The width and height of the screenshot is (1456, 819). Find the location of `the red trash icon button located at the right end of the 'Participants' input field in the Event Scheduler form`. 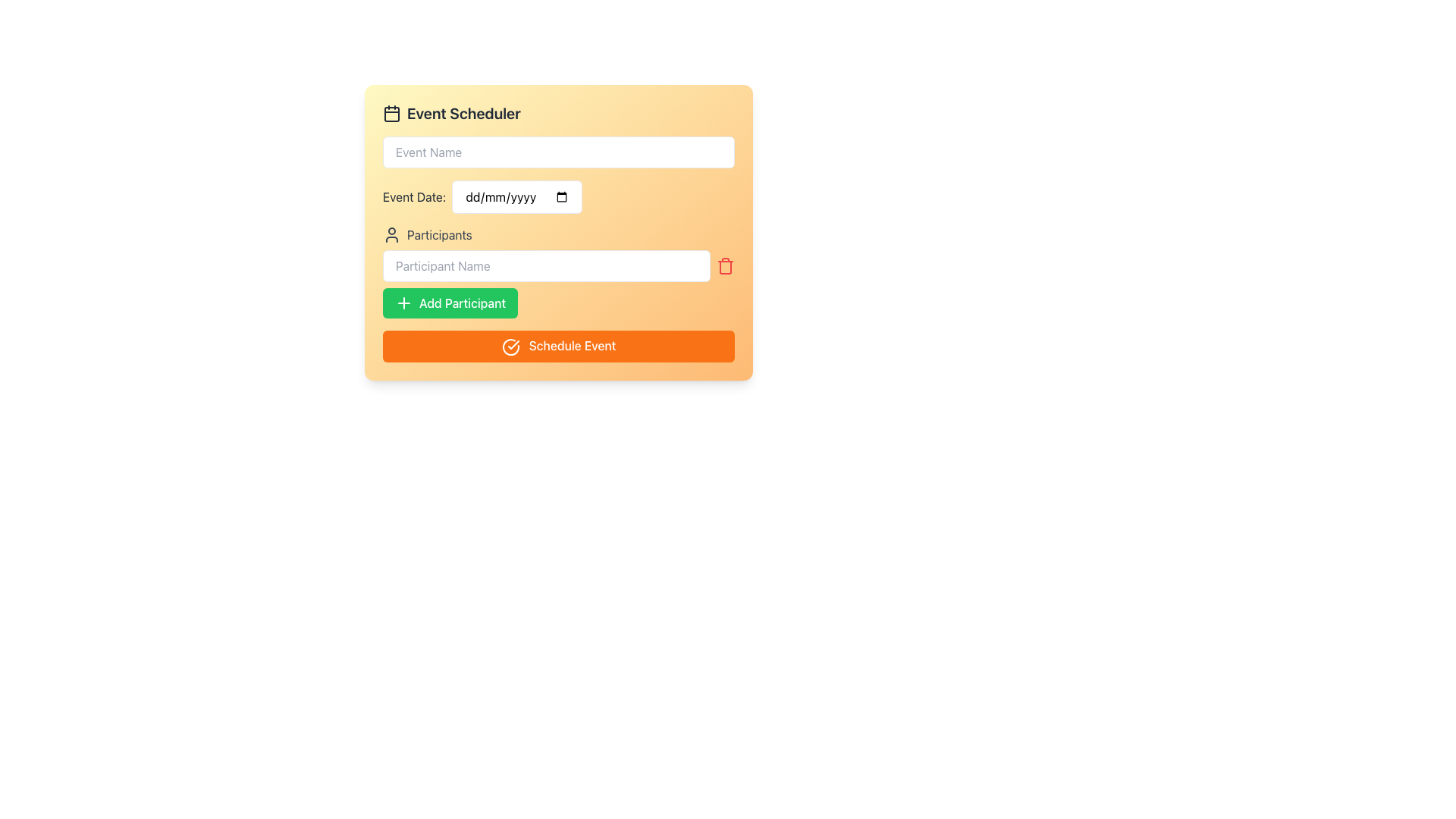

the red trash icon button located at the right end of the 'Participants' input field in the Event Scheduler form is located at coordinates (724, 265).